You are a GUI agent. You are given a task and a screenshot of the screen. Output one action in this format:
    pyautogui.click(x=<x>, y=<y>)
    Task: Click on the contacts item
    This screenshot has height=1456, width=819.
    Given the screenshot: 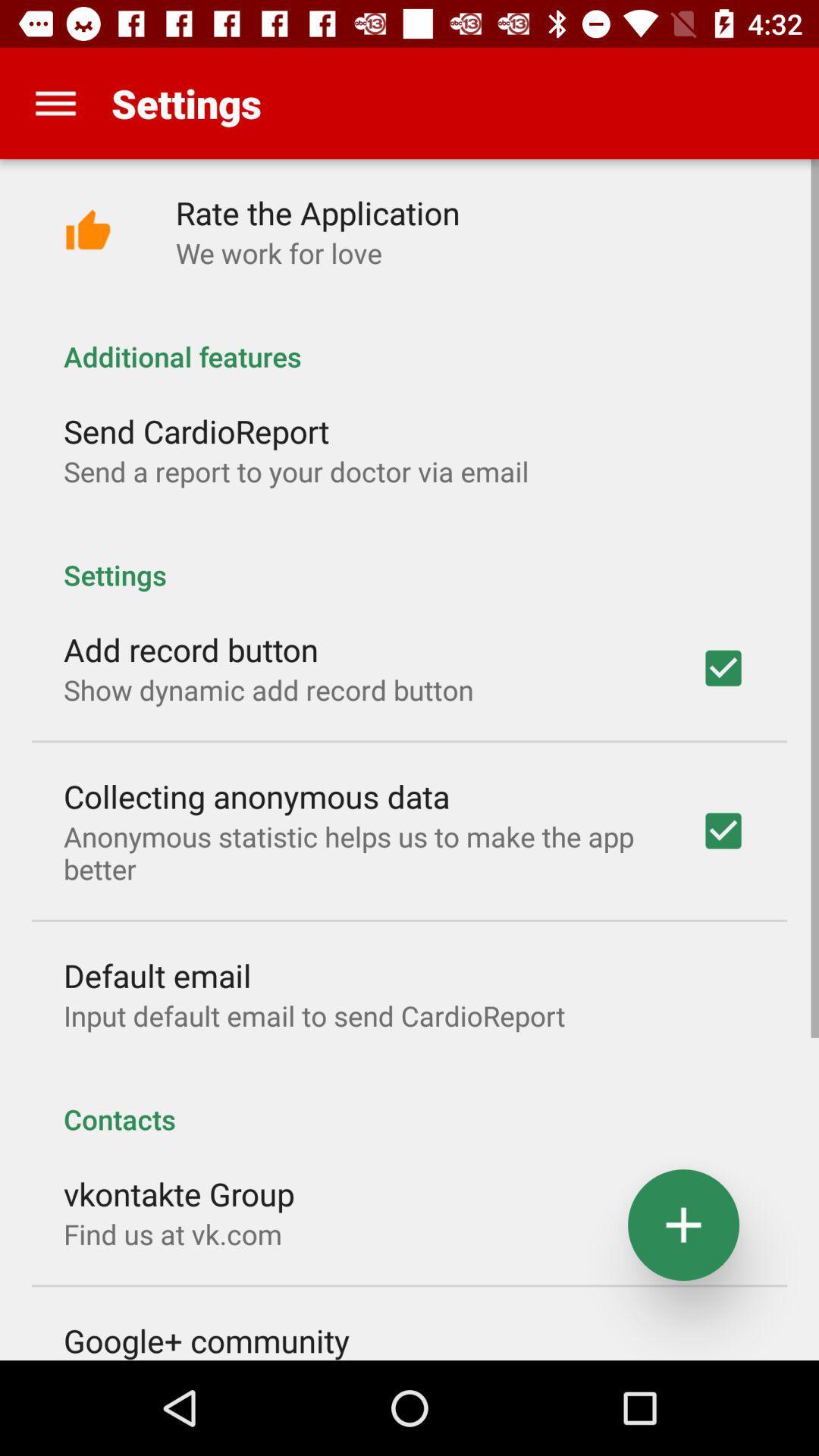 What is the action you would take?
    pyautogui.click(x=409, y=1103)
    